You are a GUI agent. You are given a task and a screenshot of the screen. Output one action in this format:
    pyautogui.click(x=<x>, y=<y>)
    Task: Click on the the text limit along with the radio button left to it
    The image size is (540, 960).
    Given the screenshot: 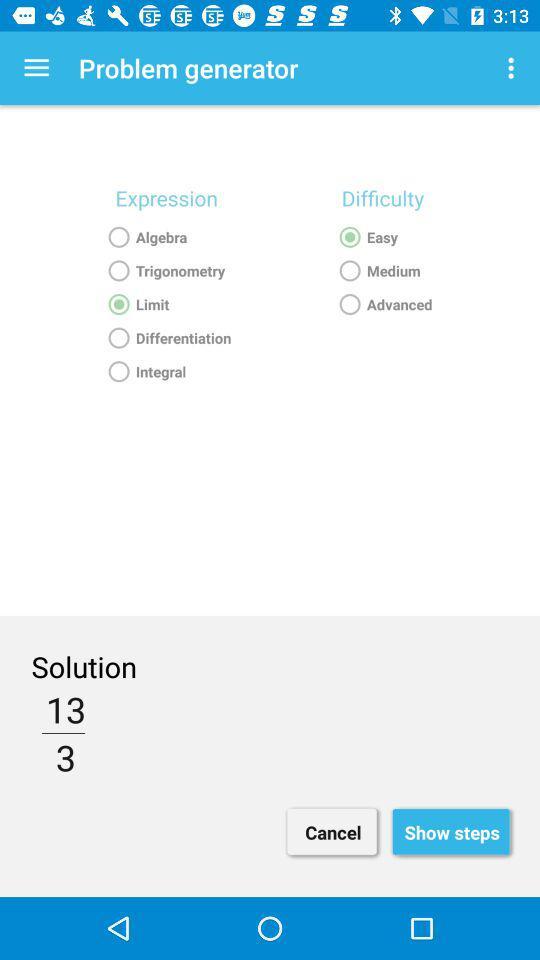 What is the action you would take?
    pyautogui.click(x=165, y=304)
    